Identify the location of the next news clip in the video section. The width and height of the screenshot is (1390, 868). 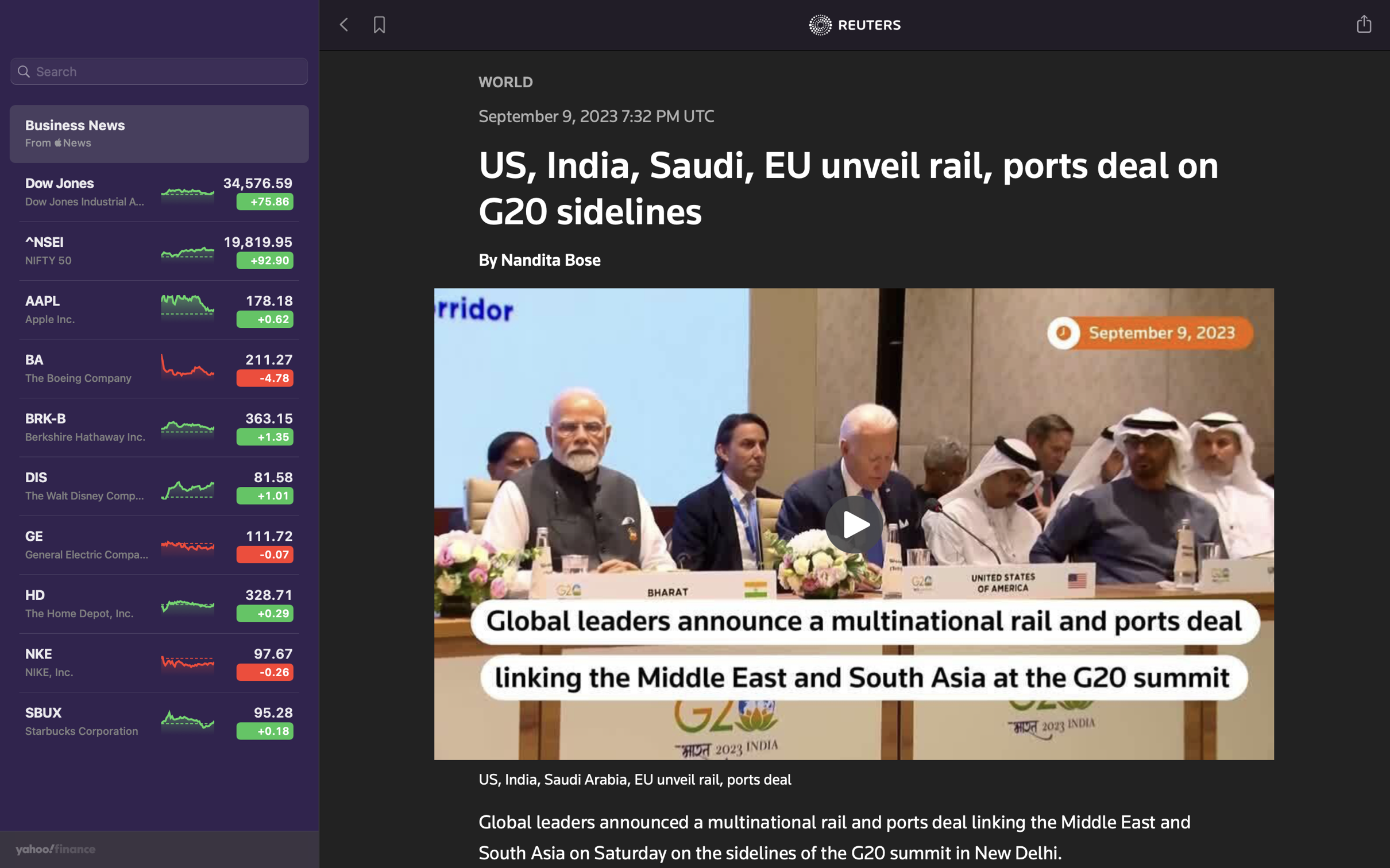
(855, 522).